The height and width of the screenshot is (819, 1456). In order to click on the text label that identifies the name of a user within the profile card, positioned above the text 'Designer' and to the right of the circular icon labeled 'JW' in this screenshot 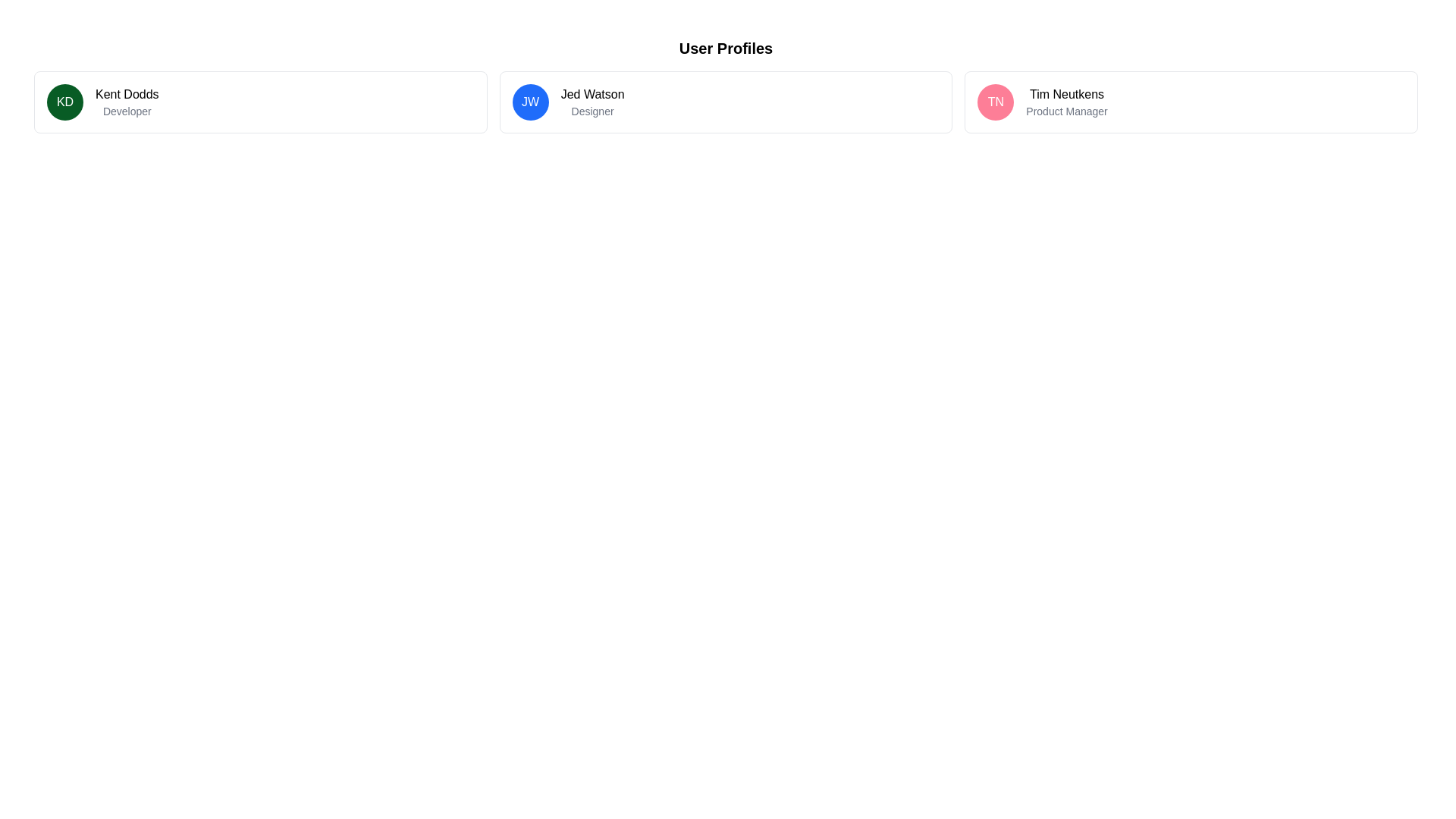, I will do `click(591, 94)`.